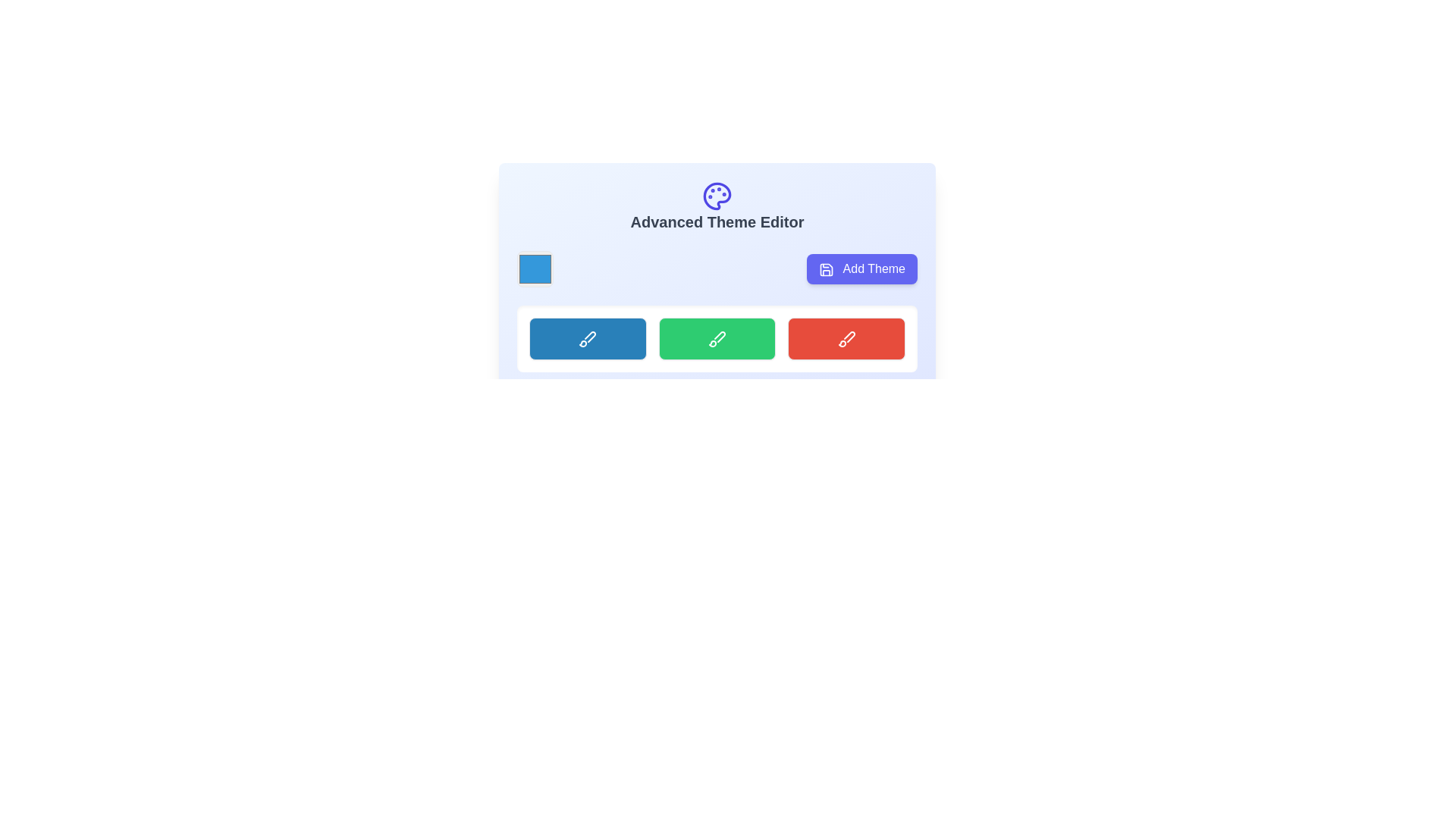 This screenshot has width=1456, height=819. I want to click on the main circular boundary of the purple palette icon located at the top center of the interface, so click(716, 195).